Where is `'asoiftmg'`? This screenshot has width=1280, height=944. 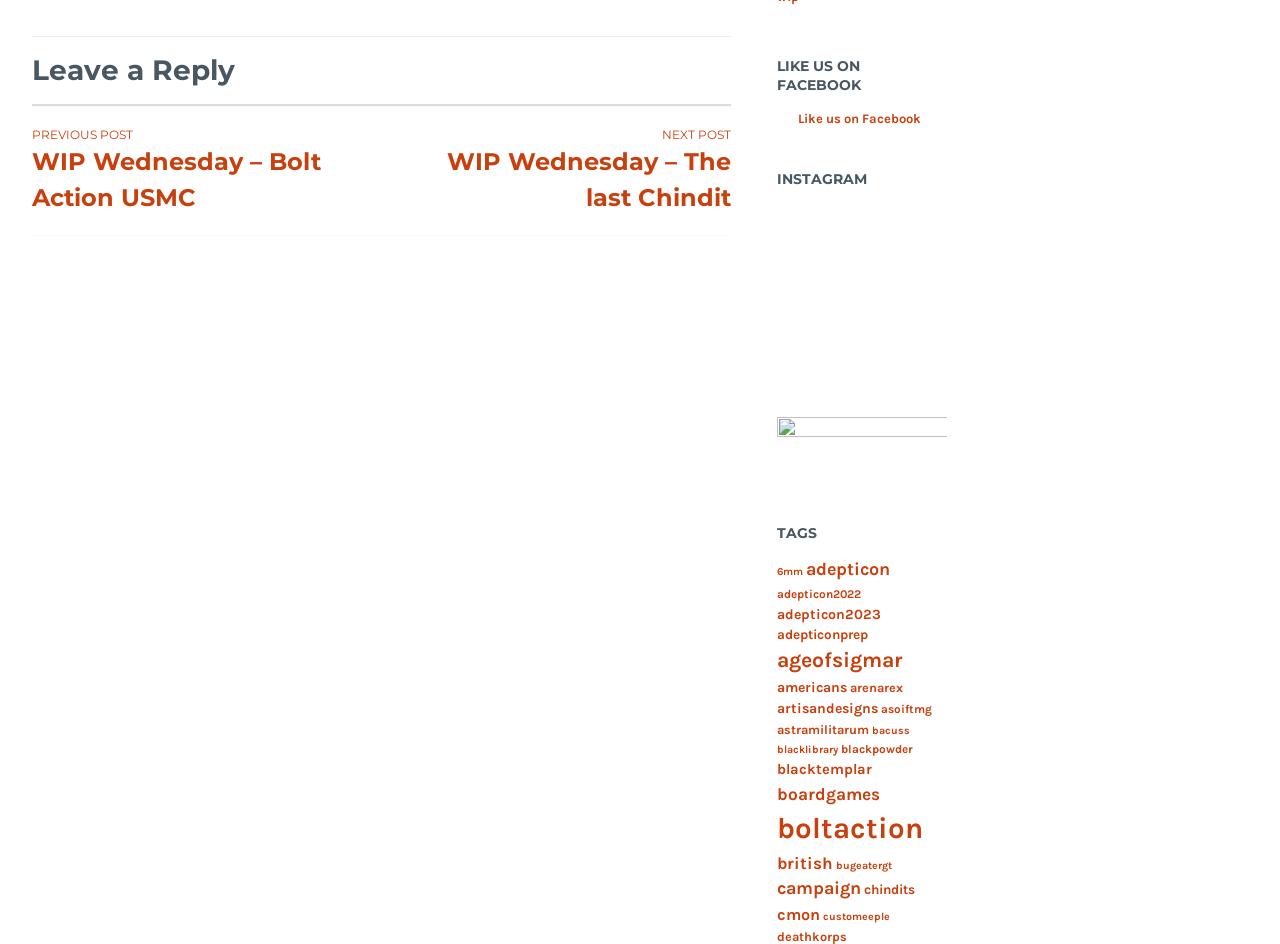
'asoiftmg' is located at coordinates (880, 709).